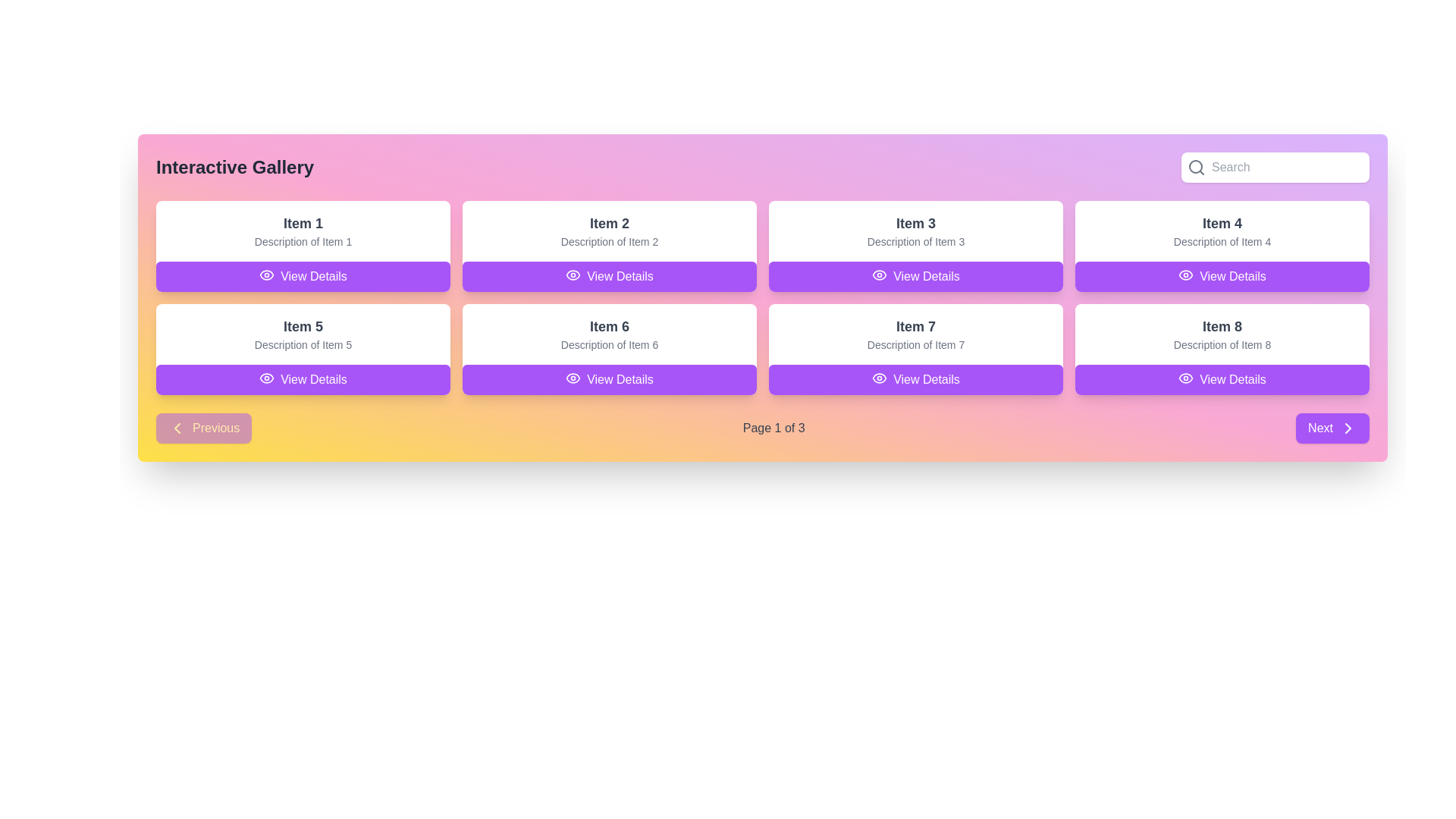 The width and height of the screenshot is (1456, 819). What do you see at coordinates (915, 241) in the screenshot?
I see `the text label displaying 'Description of Item 3', which is positioned below the title 'Item 3' in the top-right cell of a 2x4 grid` at bounding box center [915, 241].